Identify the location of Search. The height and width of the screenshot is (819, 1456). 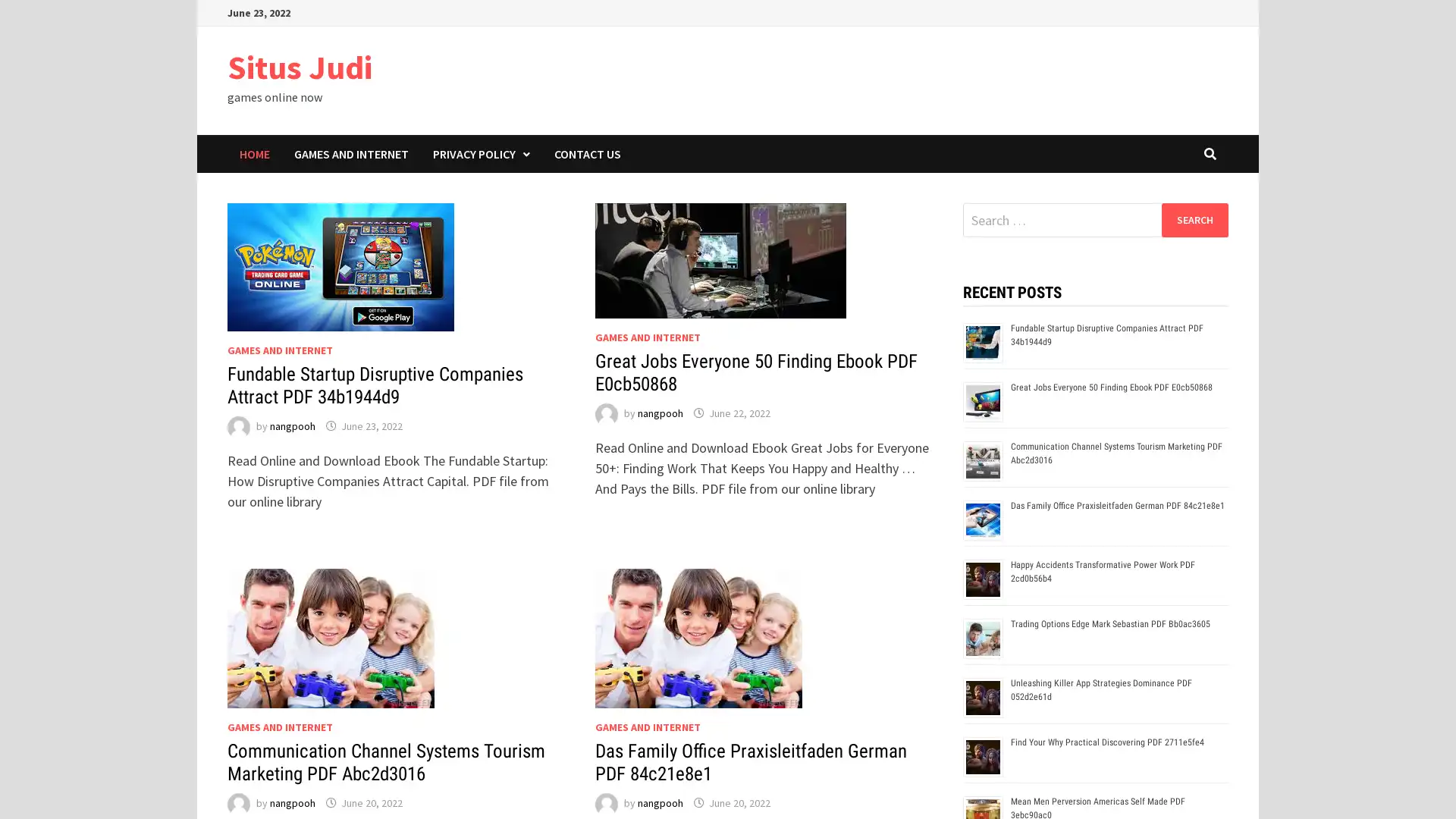
(1194, 219).